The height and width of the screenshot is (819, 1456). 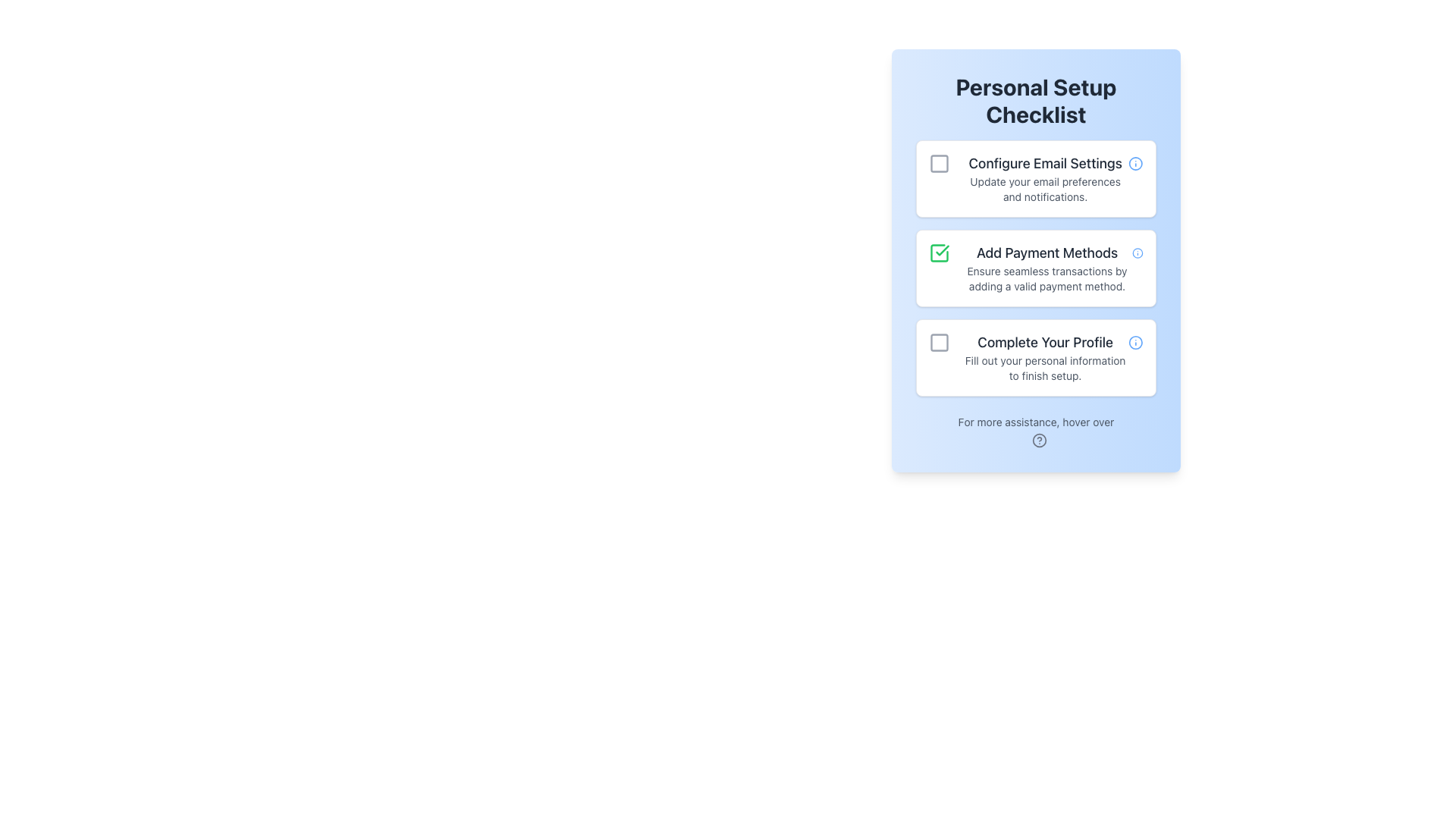 What do you see at coordinates (938, 164) in the screenshot?
I see `the checkbox located near the top-left of the 'Configure Email Settings' checklist item to trigger a tooltip or visual feedback` at bounding box center [938, 164].